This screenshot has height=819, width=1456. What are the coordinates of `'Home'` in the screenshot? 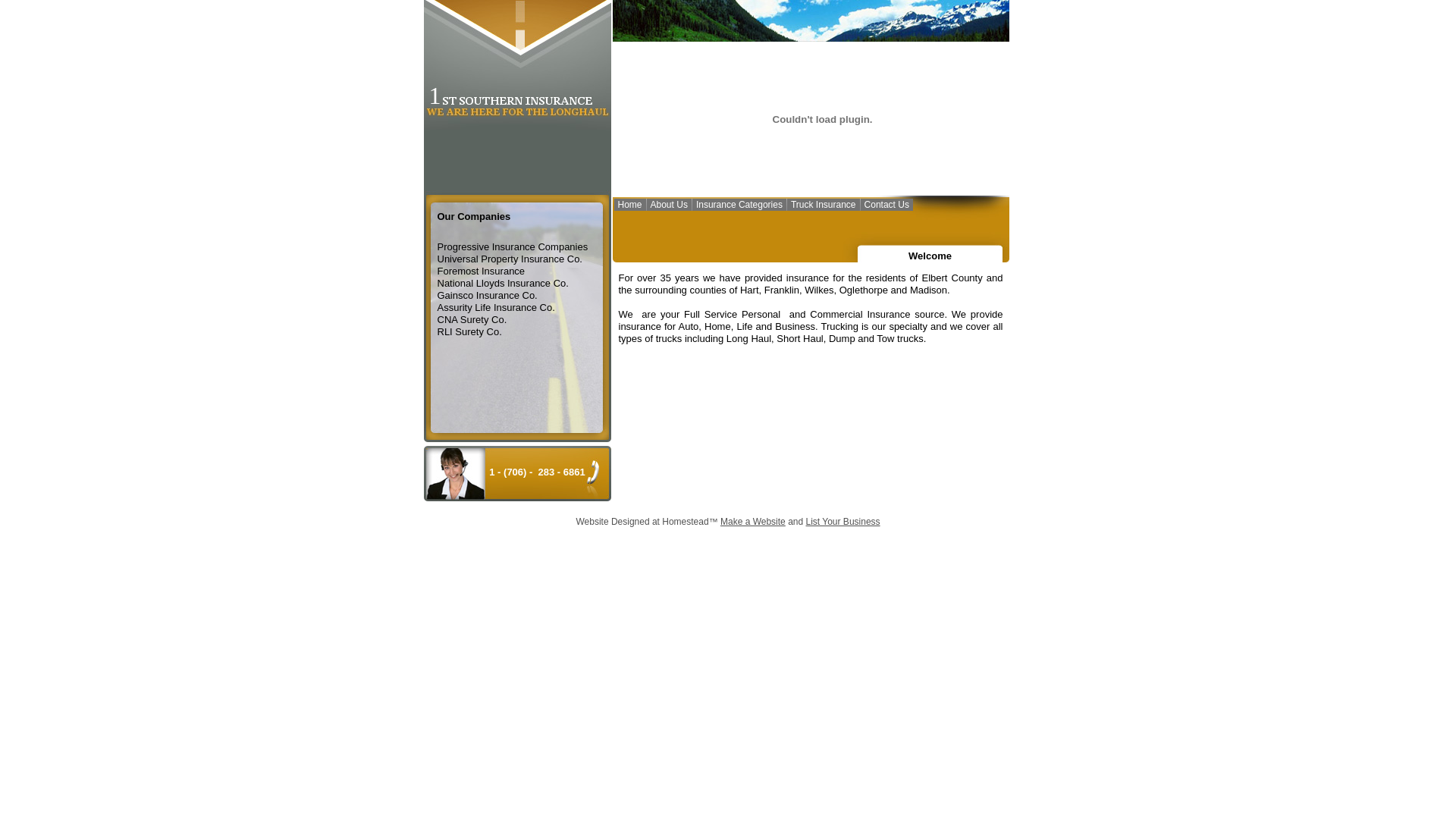 It's located at (629, 206).